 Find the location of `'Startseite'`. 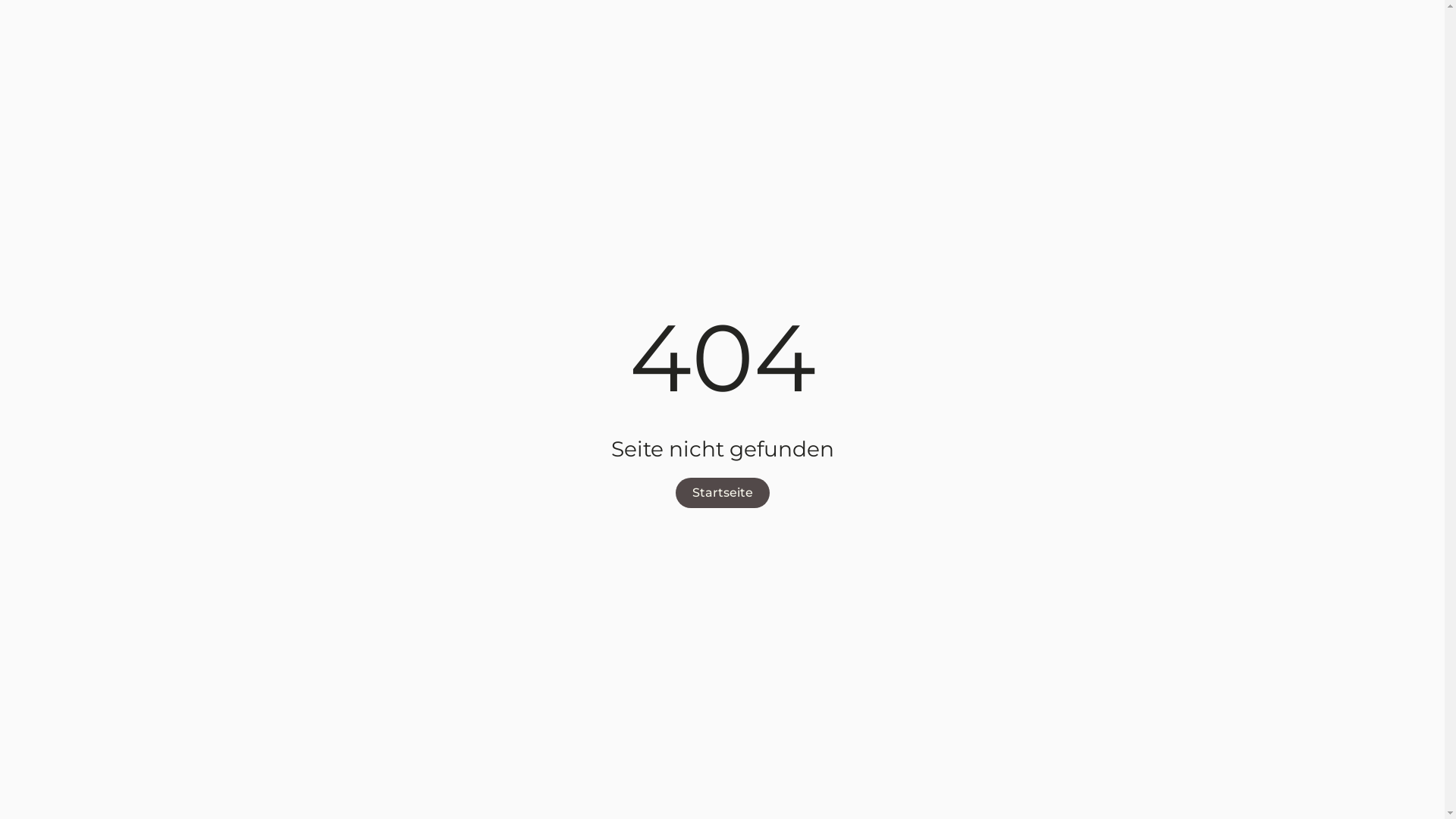

'Startseite' is located at coordinates (673, 493).